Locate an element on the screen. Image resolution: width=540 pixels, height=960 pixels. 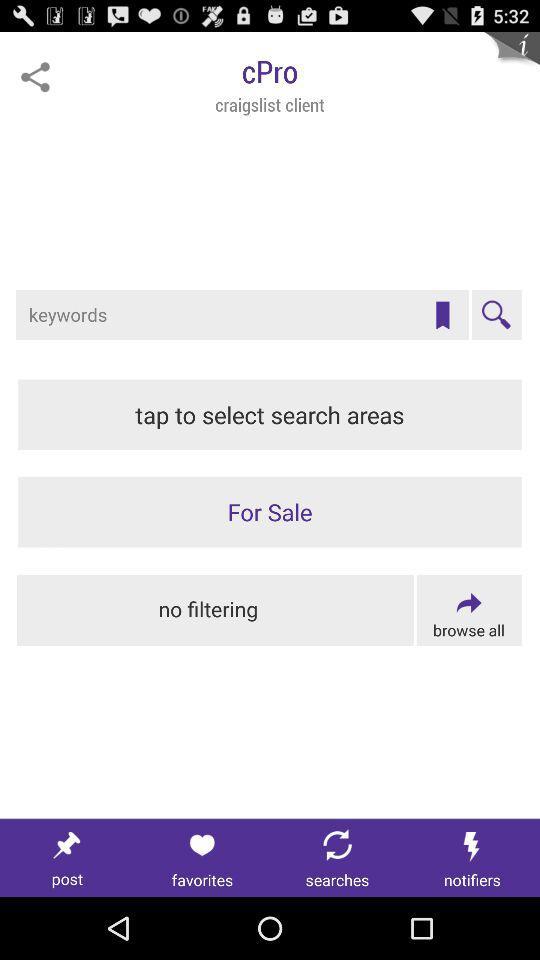
post is located at coordinates (67, 857).